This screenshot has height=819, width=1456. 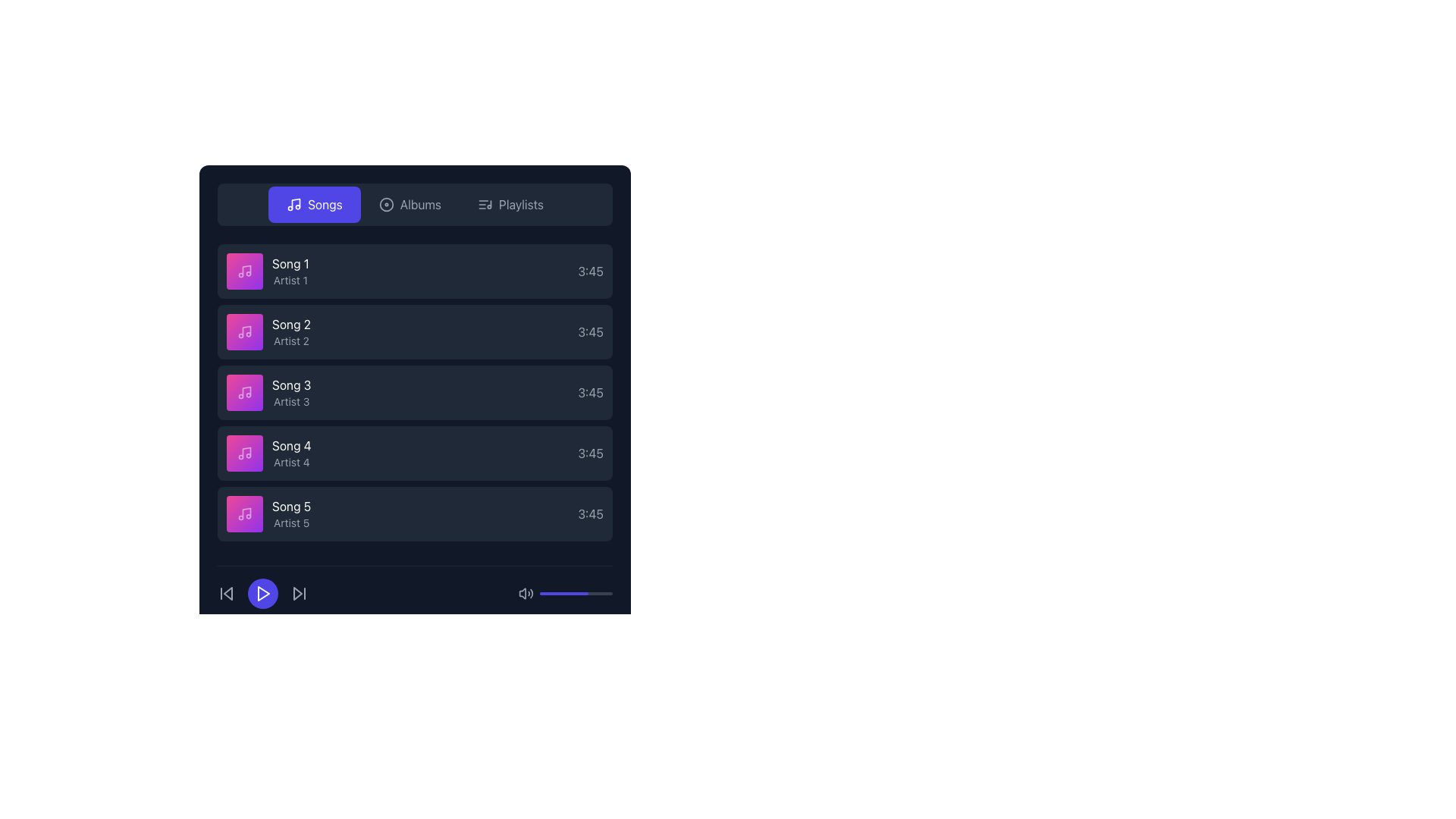 What do you see at coordinates (268, 452) in the screenshot?
I see `on the List Item displaying 'Song 4' and 'Artist 4'` at bounding box center [268, 452].